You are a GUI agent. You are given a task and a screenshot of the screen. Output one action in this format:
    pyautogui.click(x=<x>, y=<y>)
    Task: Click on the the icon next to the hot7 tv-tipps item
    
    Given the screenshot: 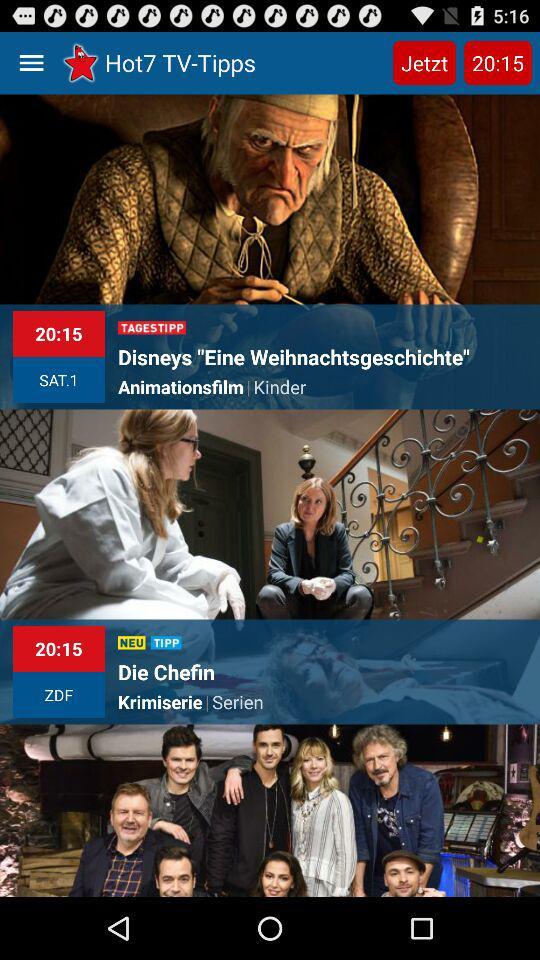 What is the action you would take?
    pyautogui.click(x=423, y=62)
    